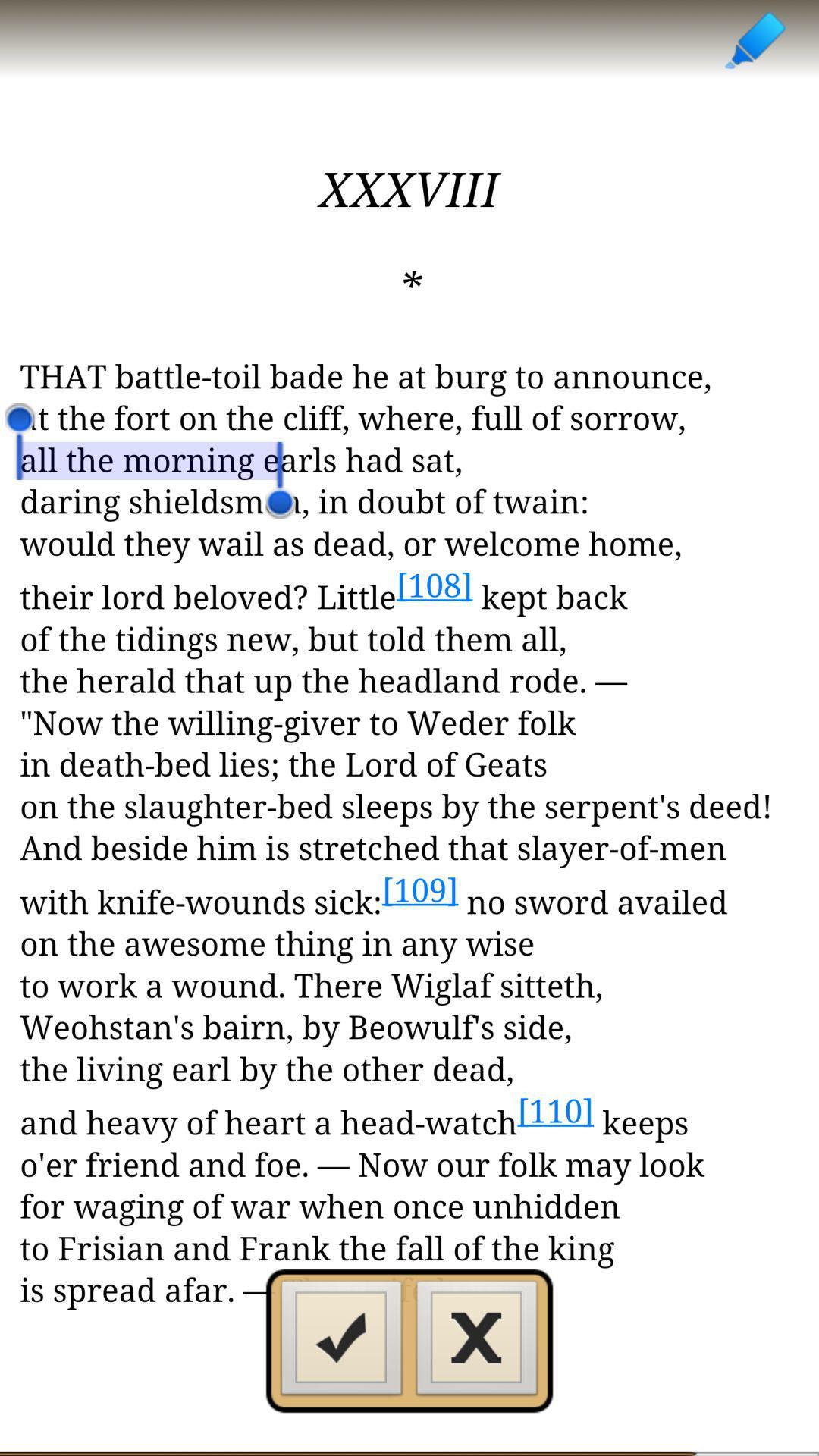 The height and width of the screenshot is (1456, 819). What do you see at coordinates (754, 39) in the screenshot?
I see `edit` at bounding box center [754, 39].